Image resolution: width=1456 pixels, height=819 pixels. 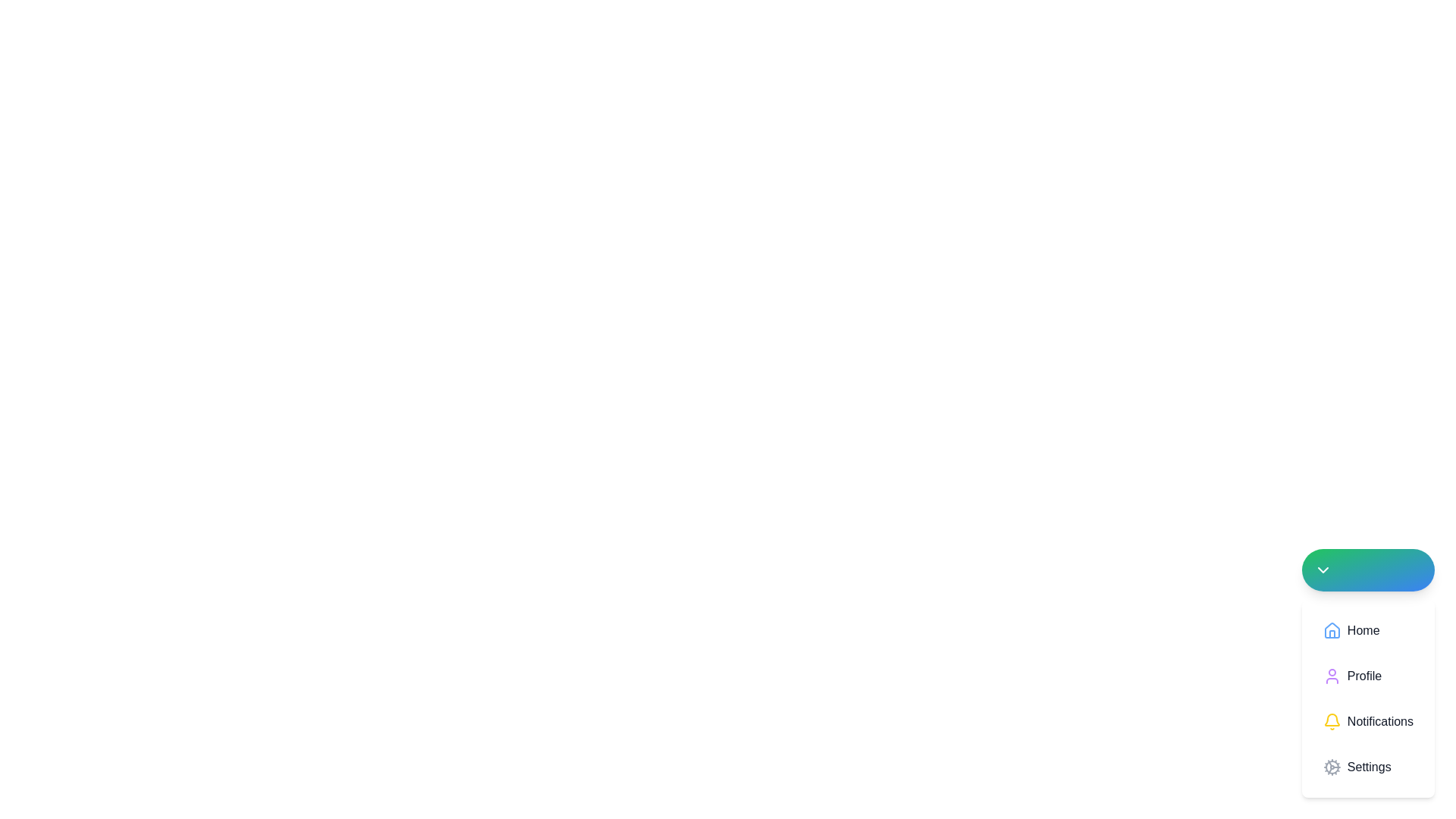 What do you see at coordinates (1368, 675) in the screenshot?
I see `the button located in the vertical navigation menu, positioned second below the 'Home' item and above the 'Notifications' item` at bounding box center [1368, 675].